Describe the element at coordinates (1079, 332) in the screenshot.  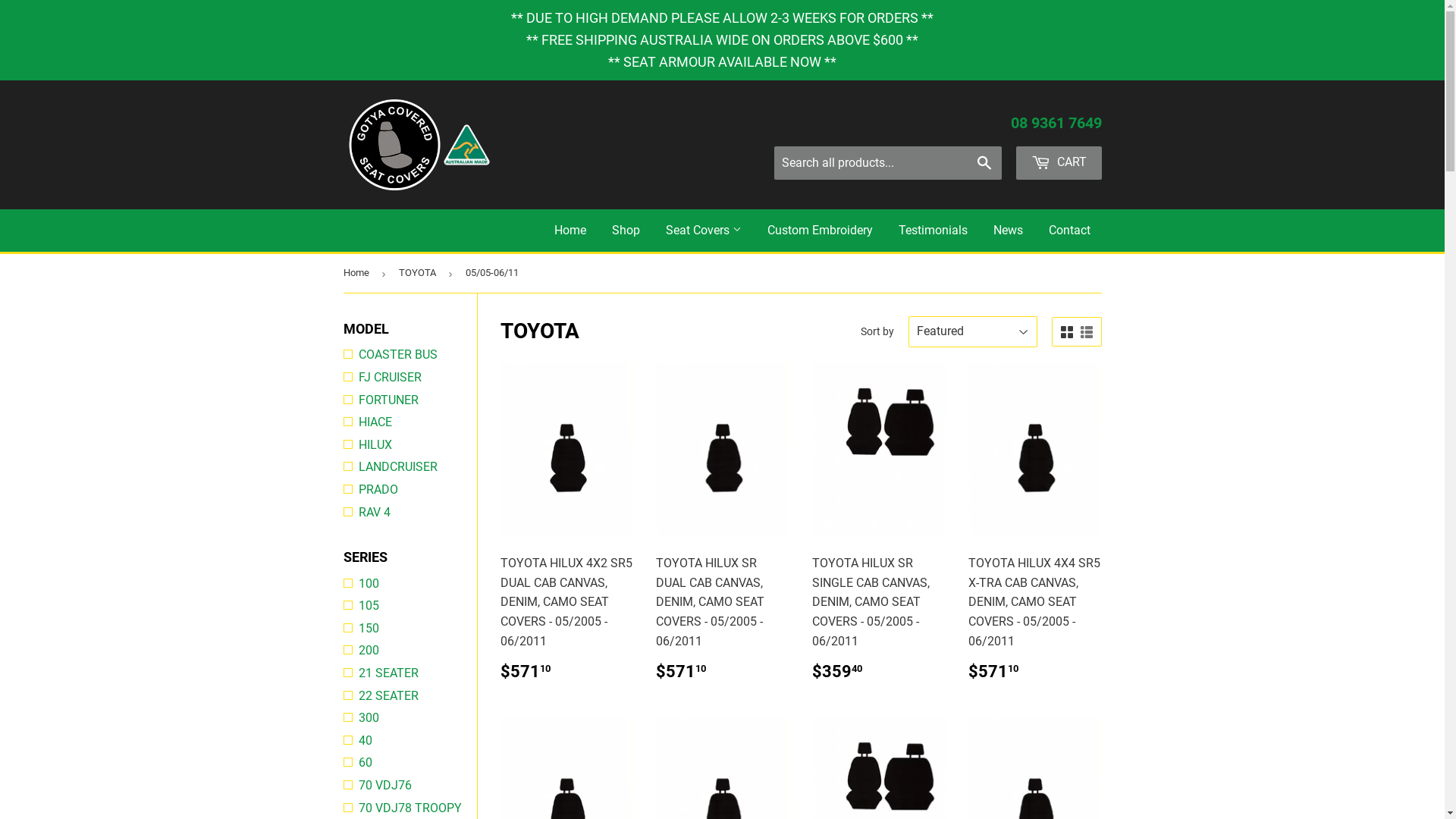
I see `'List view'` at that location.